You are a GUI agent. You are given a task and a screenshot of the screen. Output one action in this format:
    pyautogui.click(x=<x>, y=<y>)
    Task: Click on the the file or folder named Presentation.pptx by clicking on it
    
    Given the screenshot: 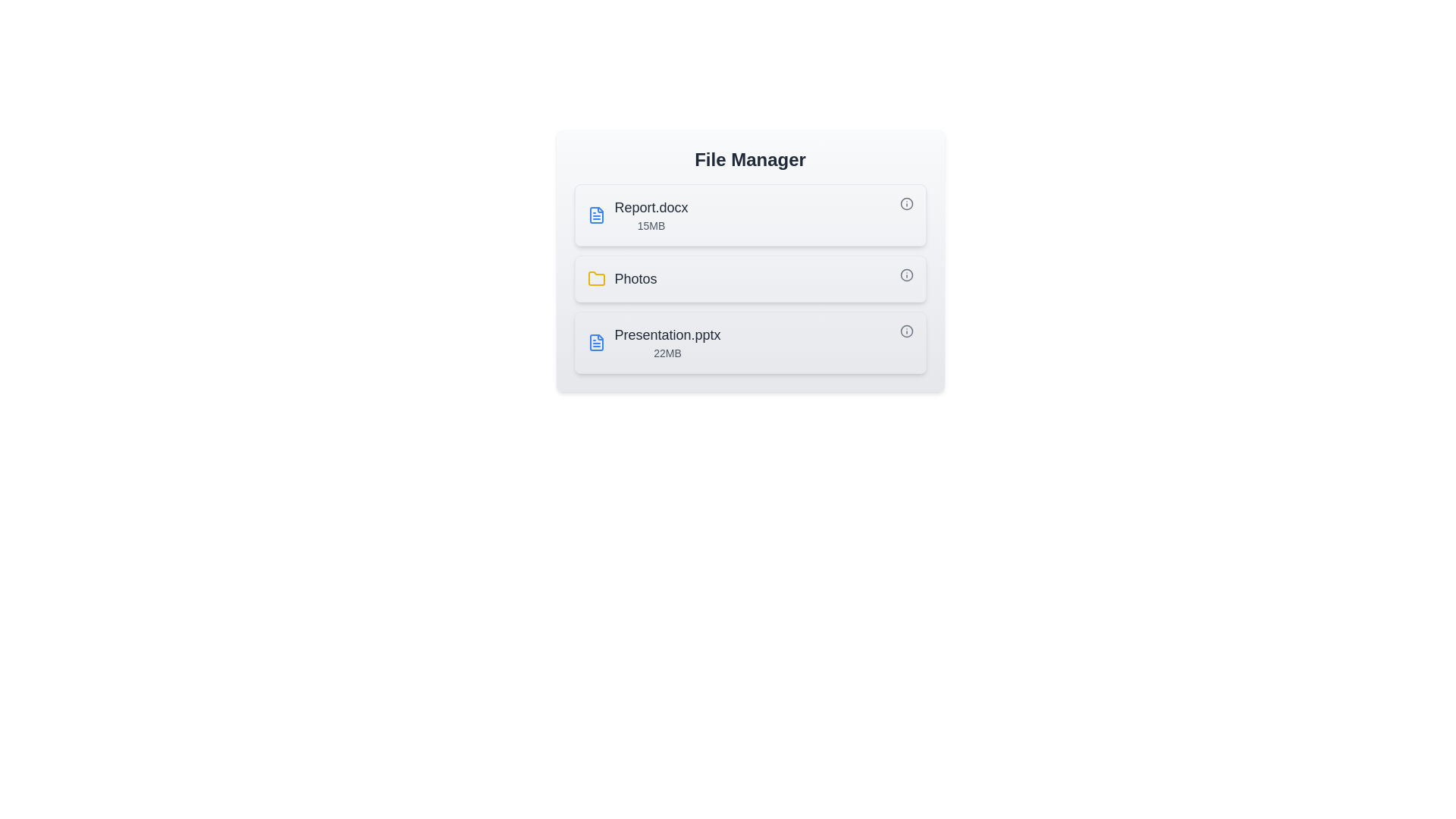 What is the action you would take?
    pyautogui.click(x=750, y=342)
    